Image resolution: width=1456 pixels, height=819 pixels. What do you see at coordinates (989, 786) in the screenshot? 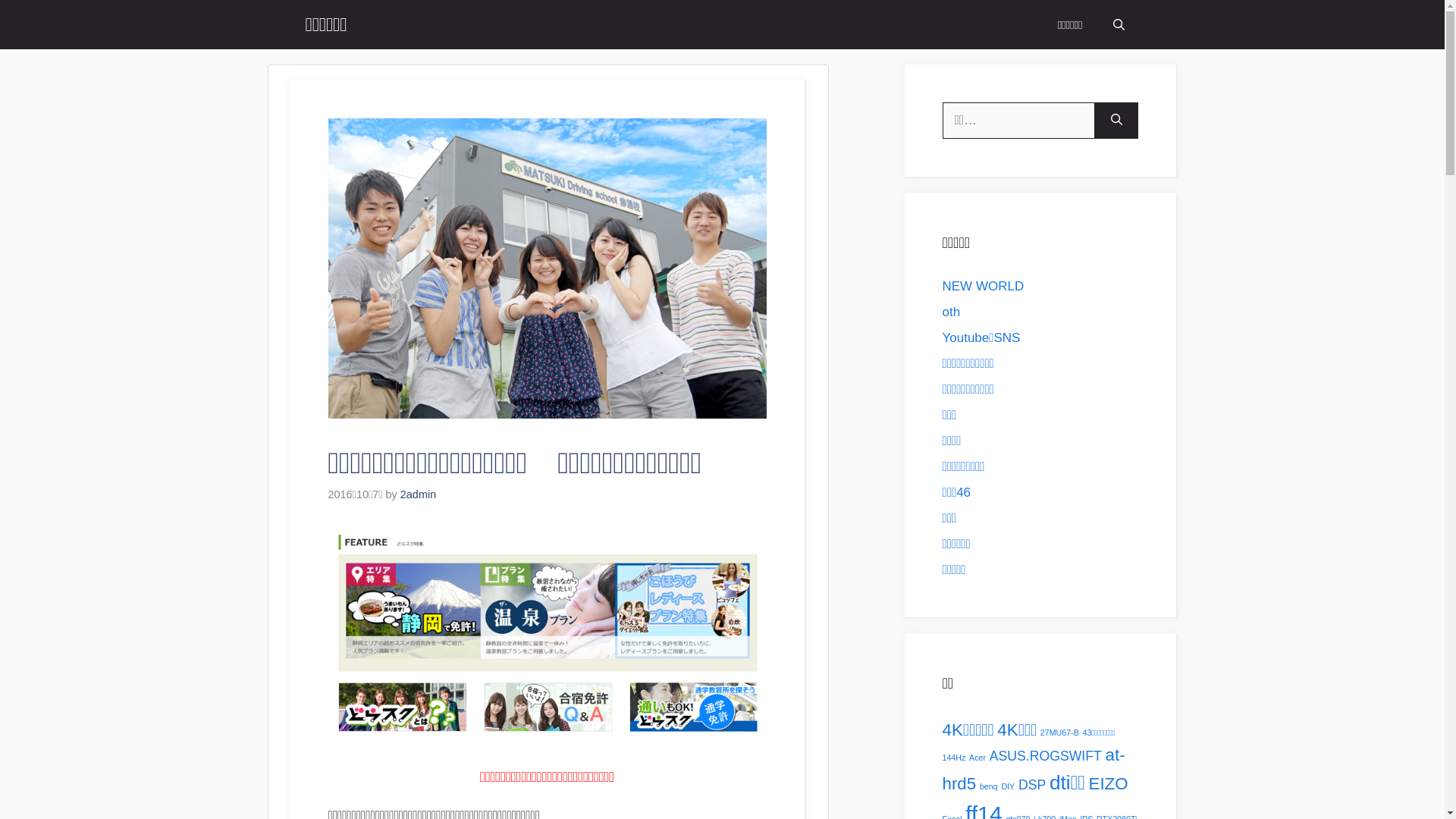
I see `'benq'` at bounding box center [989, 786].